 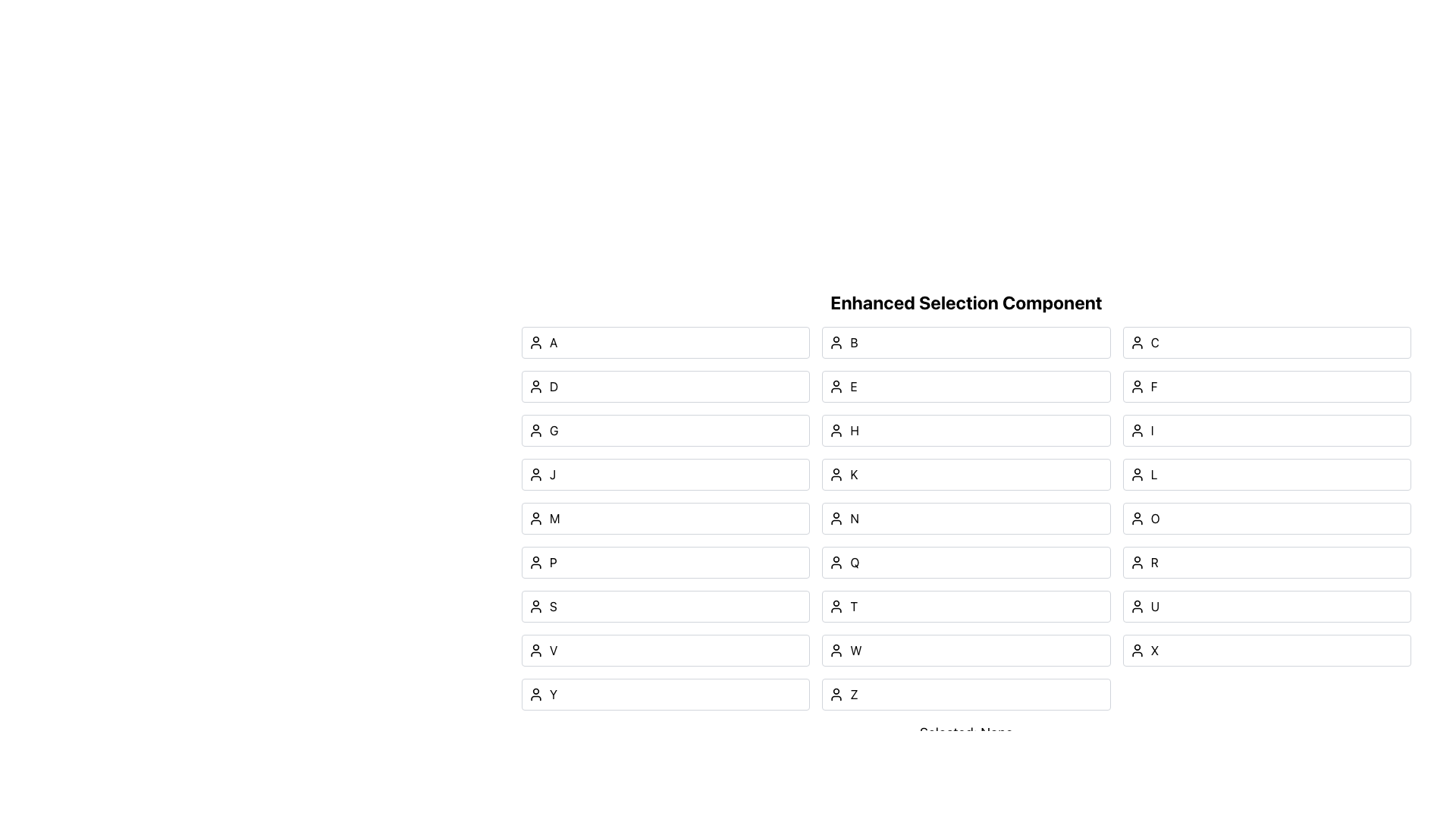 I want to click on the button that selects the letter 'I,' which is the third button, so click(x=1266, y=430).